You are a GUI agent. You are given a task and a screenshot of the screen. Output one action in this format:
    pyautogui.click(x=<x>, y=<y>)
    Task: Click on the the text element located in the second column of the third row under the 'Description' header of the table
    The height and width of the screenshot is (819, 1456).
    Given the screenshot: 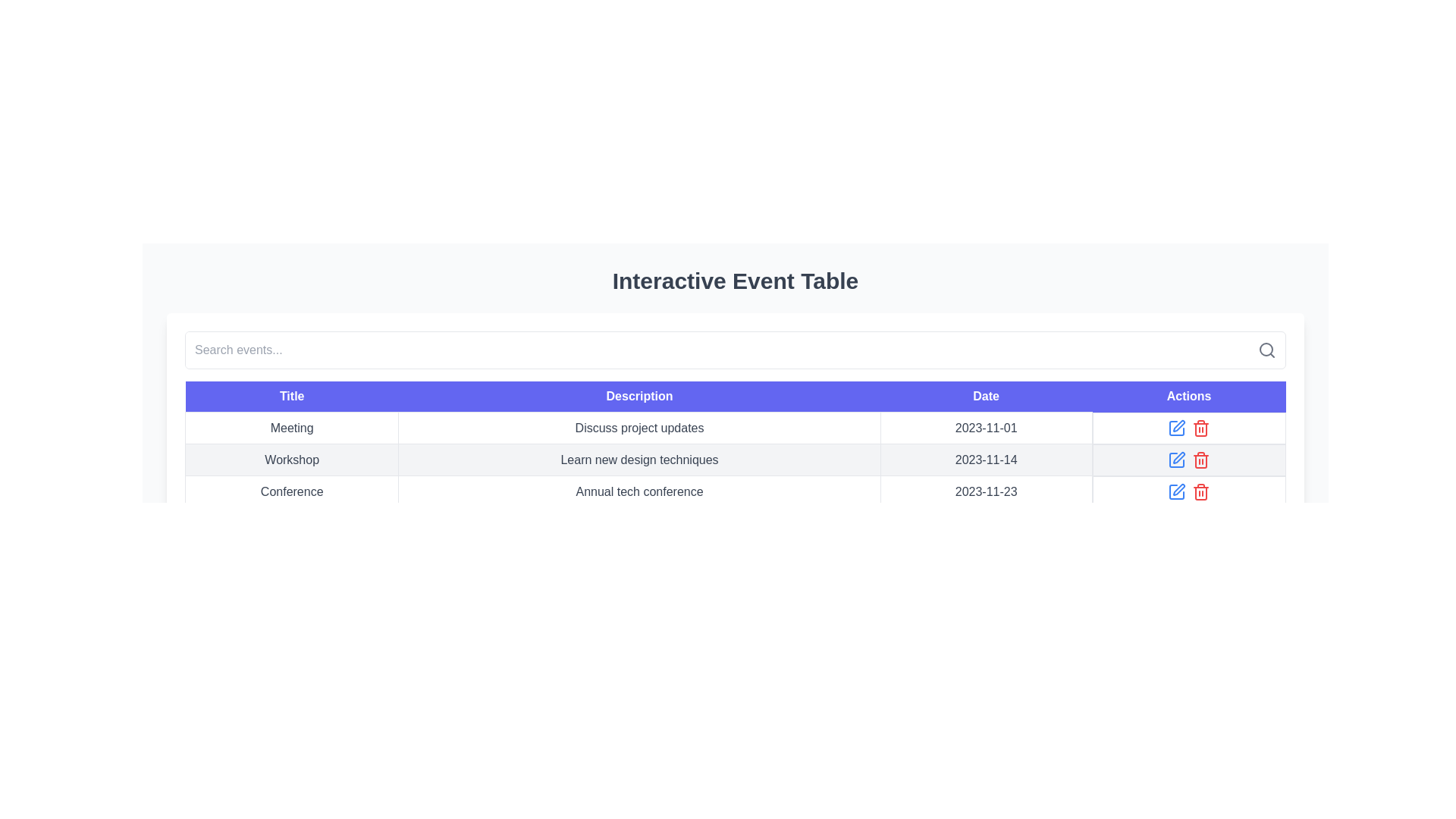 What is the action you would take?
    pyautogui.click(x=639, y=491)
    